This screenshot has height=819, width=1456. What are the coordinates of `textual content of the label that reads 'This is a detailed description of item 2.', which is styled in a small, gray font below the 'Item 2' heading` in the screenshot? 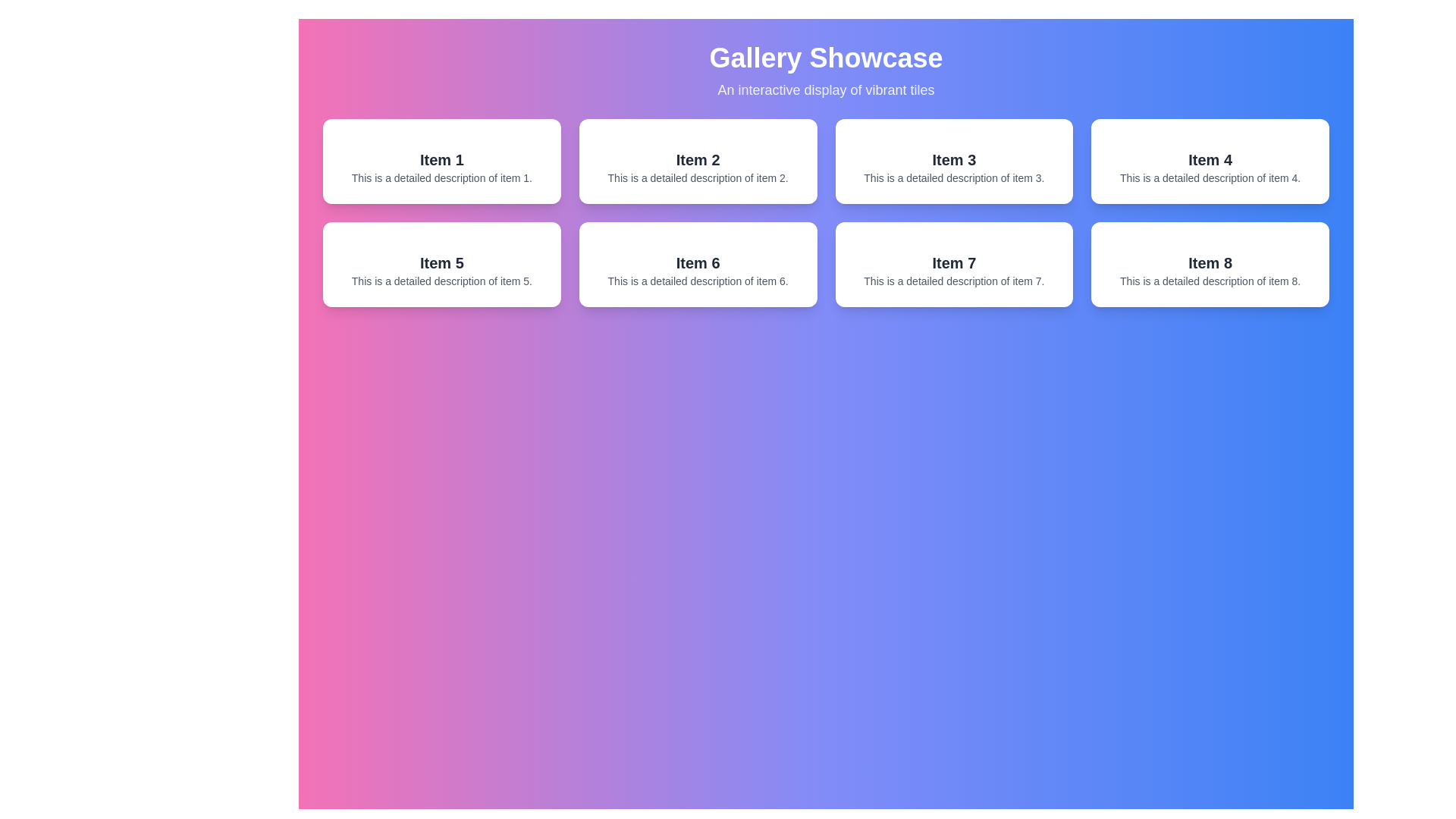 It's located at (697, 177).